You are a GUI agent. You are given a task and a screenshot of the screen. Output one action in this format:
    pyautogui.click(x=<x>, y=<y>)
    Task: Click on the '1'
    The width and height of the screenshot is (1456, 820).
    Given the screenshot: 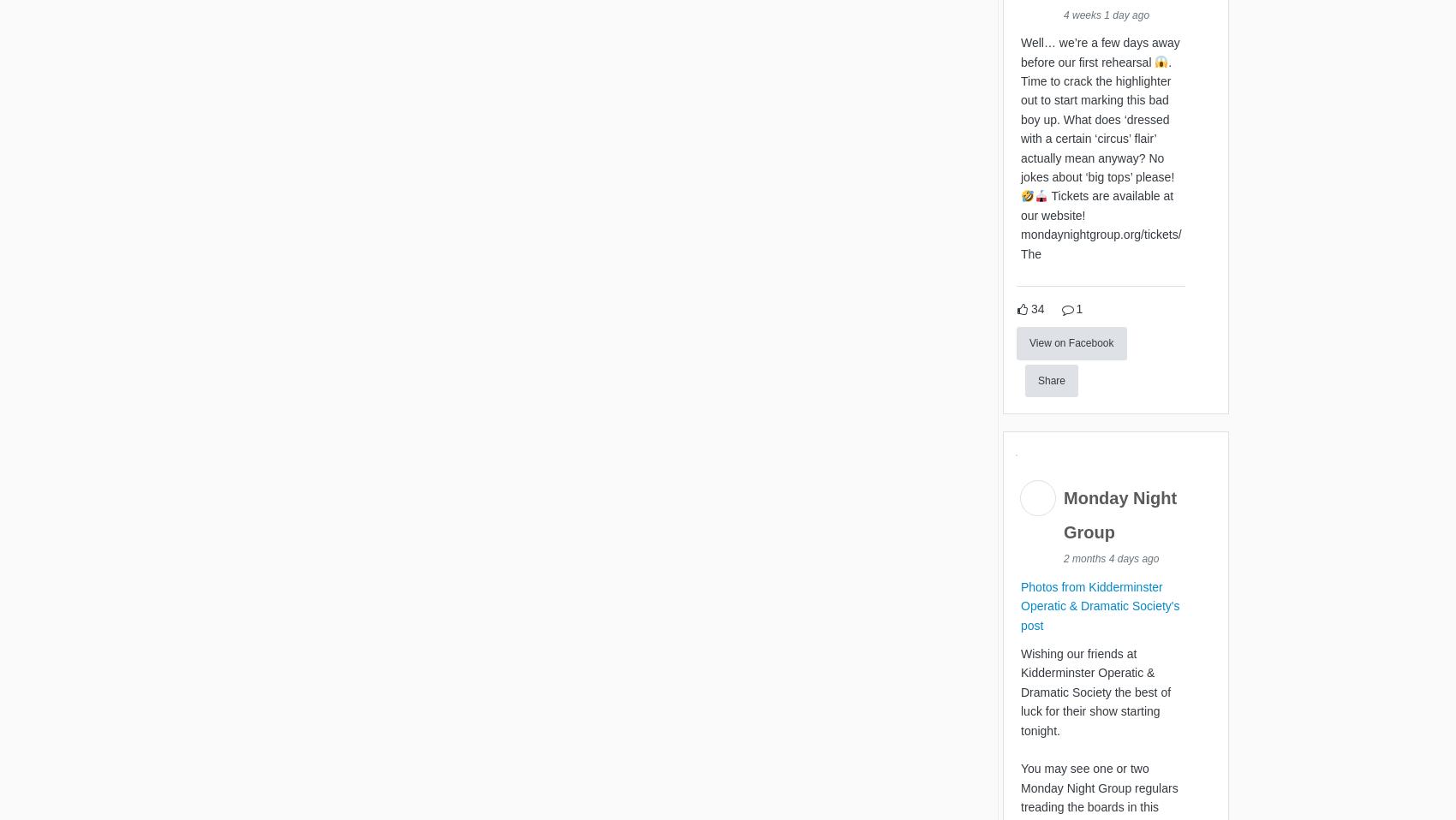 What is the action you would take?
    pyautogui.click(x=1078, y=311)
    